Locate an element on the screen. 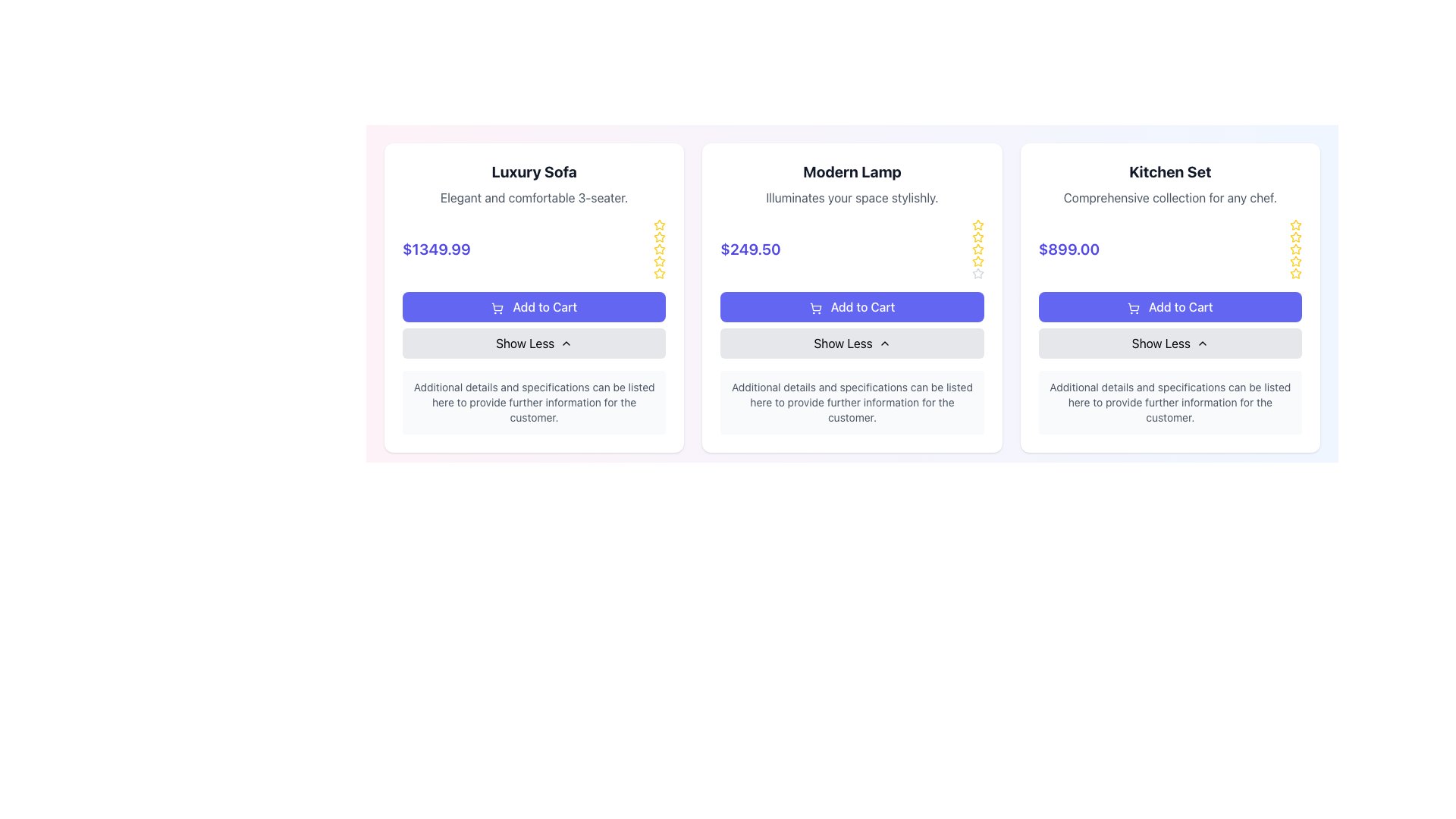 The height and width of the screenshot is (819, 1456). the button labeled 'Add to Cart' located in the center card for 'Modern Lamp', situated below the price '$249.50' is located at coordinates (852, 307).